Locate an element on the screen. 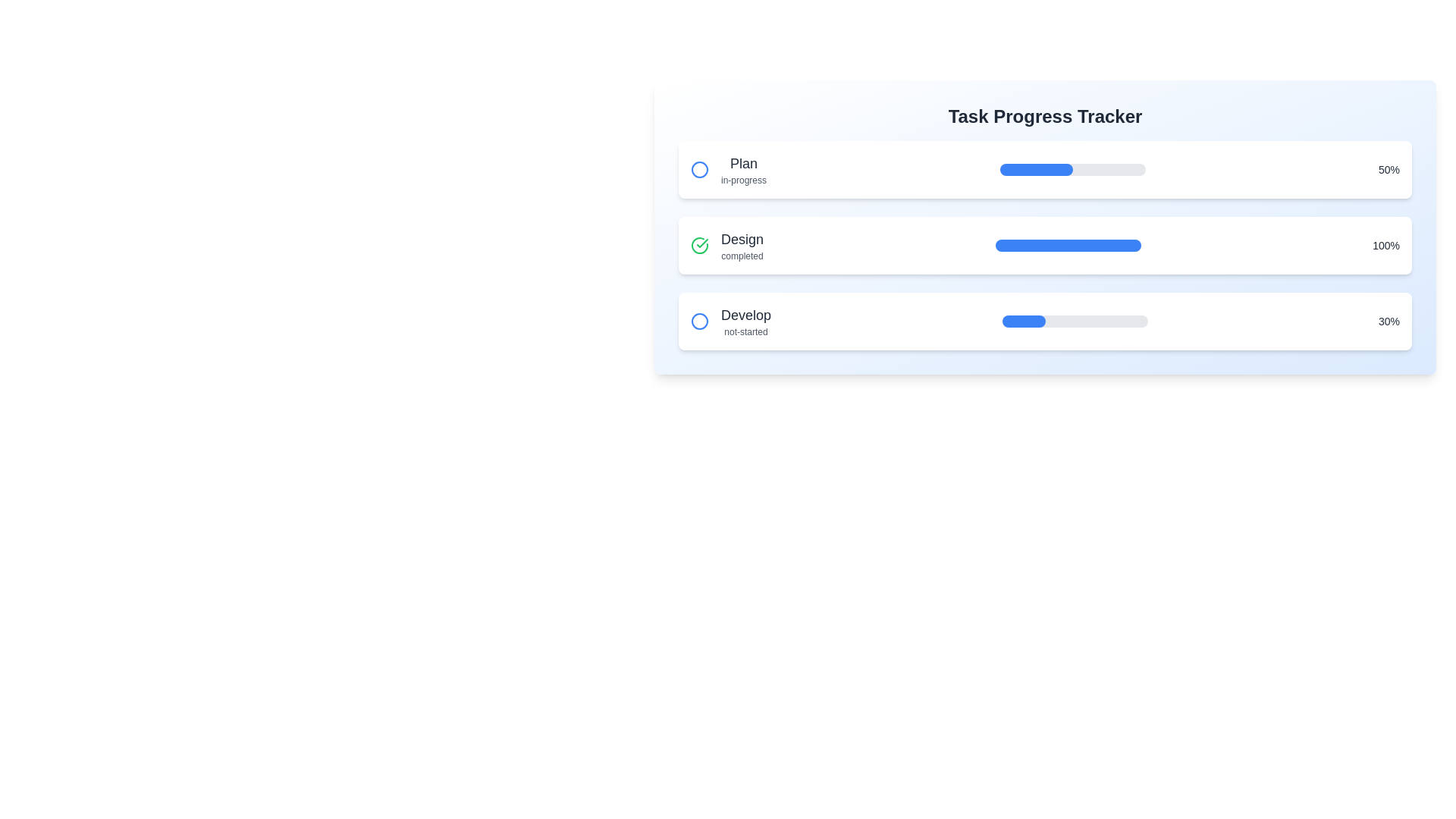 This screenshot has height=819, width=1456. the Text Label Pair (Headline-Subheadline) that displays 'Plan' and 'in-progress' is located at coordinates (743, 169).